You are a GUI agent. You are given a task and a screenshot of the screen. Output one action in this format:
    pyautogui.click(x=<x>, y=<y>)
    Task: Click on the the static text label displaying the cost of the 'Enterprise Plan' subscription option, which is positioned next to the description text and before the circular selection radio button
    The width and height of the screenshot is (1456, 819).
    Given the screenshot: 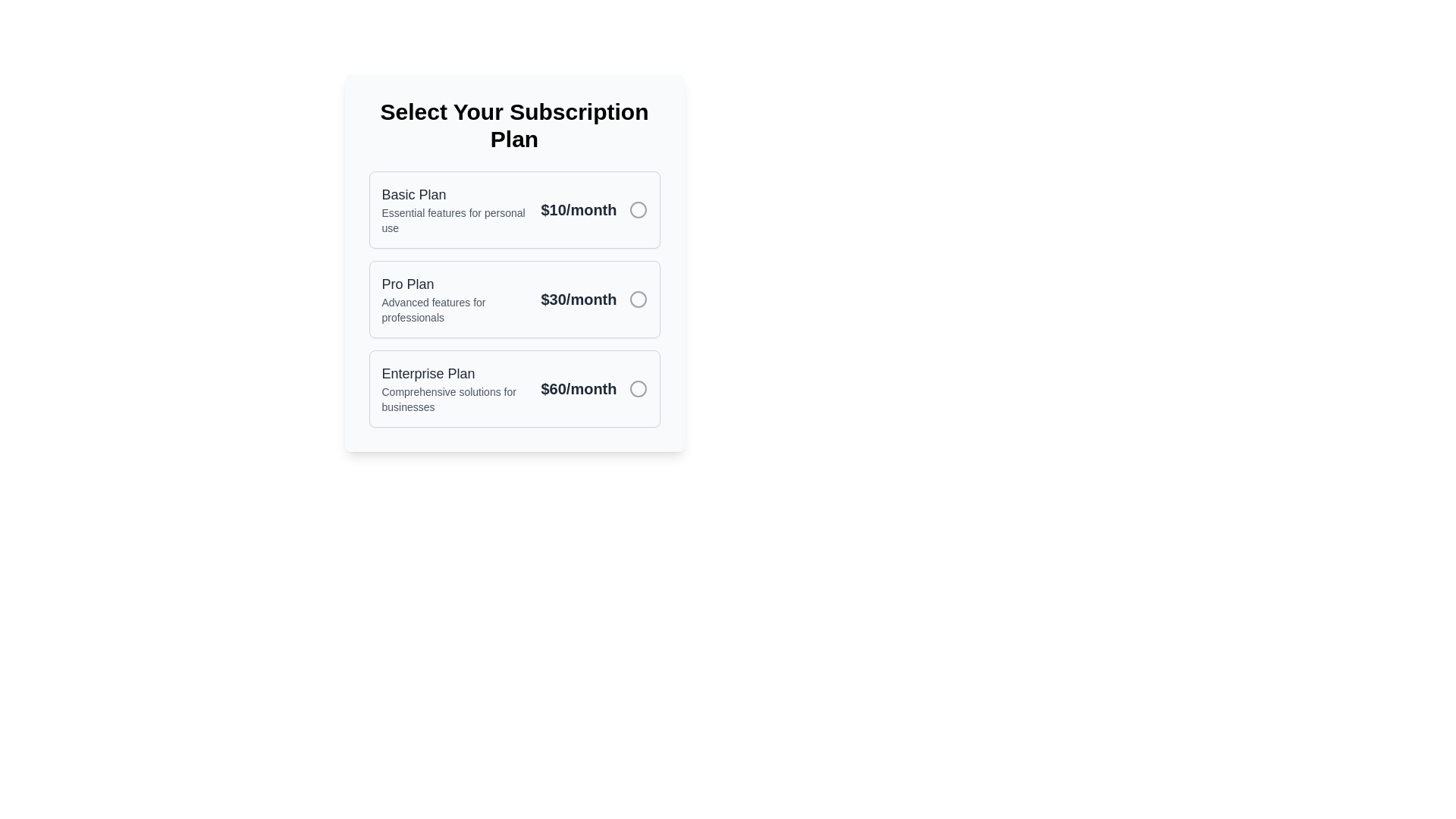 What is the action you would take?
    pyautogui.click(x=578, y=388)
    